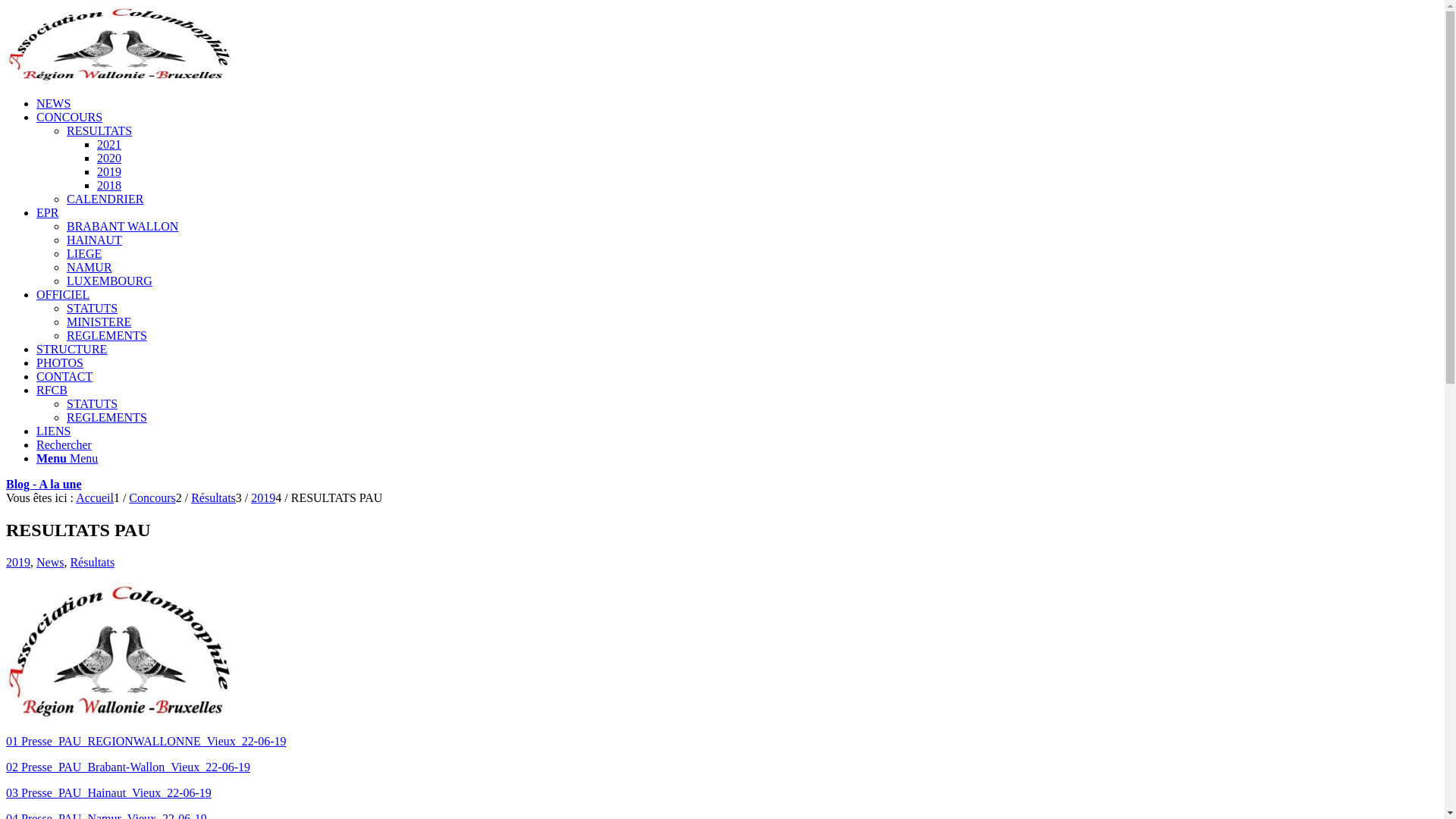 The image size is (1456, 819). Describe the element at coordinates (61, 294) in the screenshot. I see `'OFFICIEL'` at that location.